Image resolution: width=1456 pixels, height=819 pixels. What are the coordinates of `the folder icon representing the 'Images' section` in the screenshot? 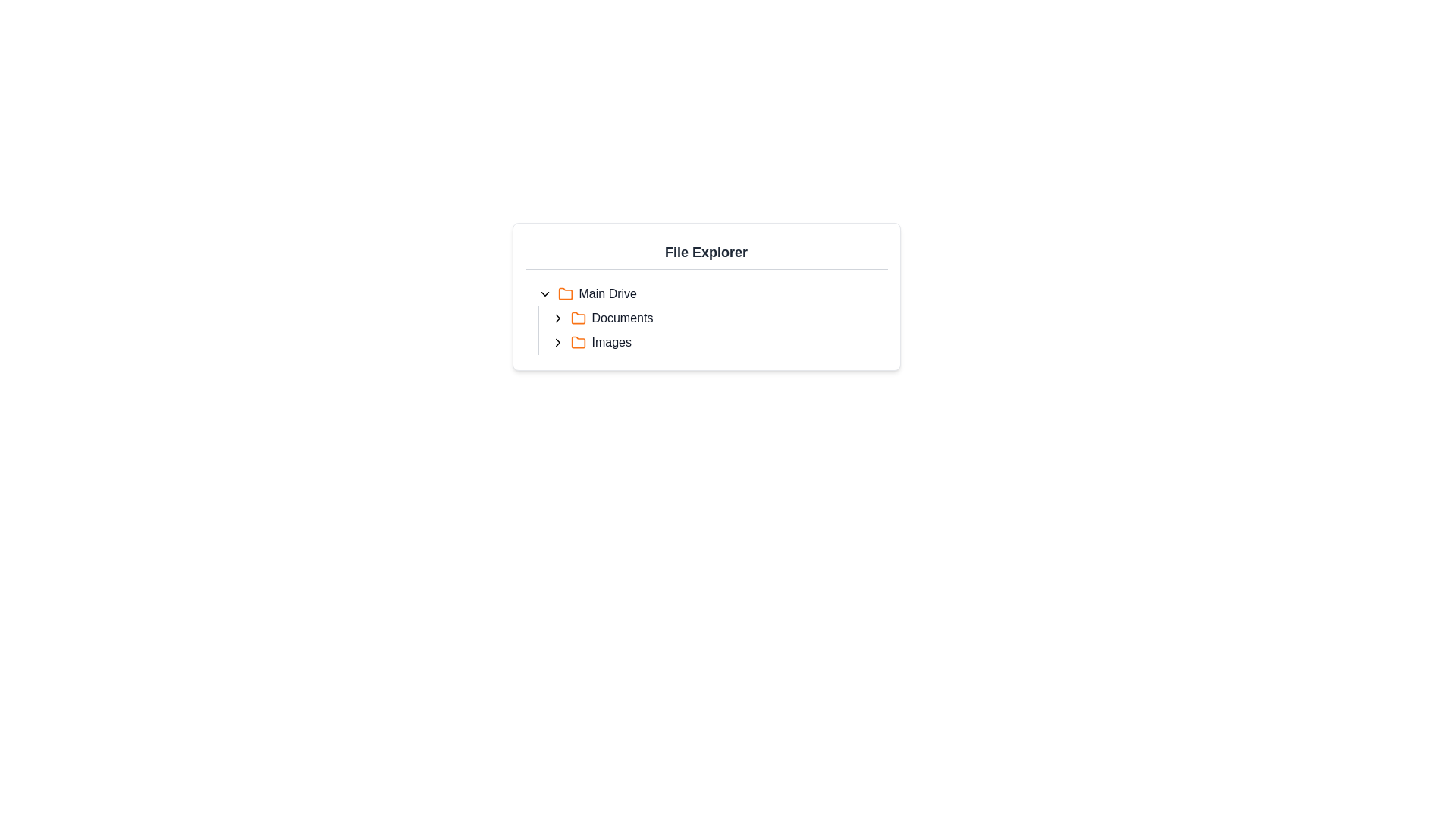 It's located at (577, 342).